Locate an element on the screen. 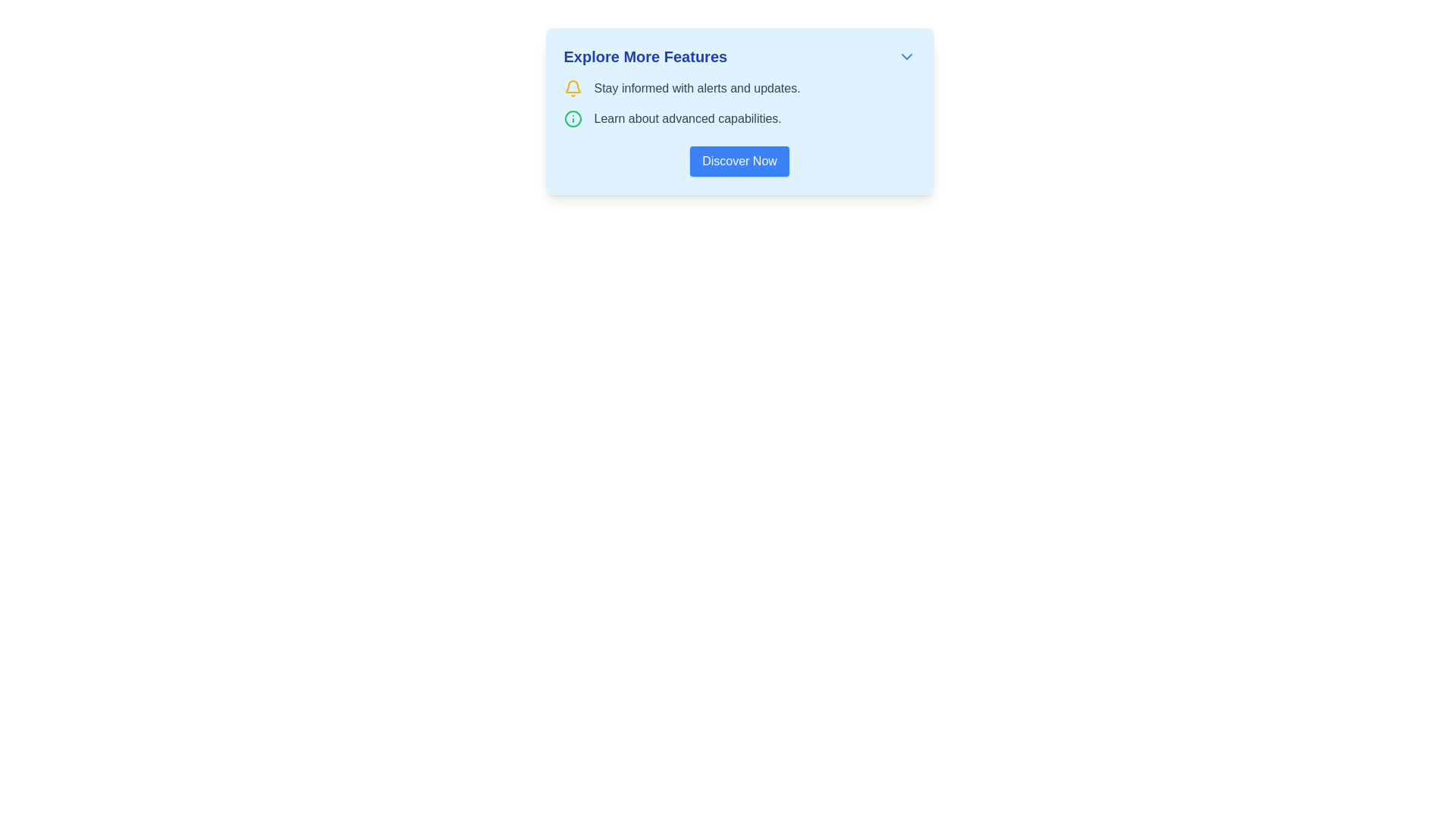 Image resolution: width=1456 pixels, height=819 pixels. the text heading that serves as a category heading for the section below, positioned on the left of an arrow icon is located at coordinates (645, 55).